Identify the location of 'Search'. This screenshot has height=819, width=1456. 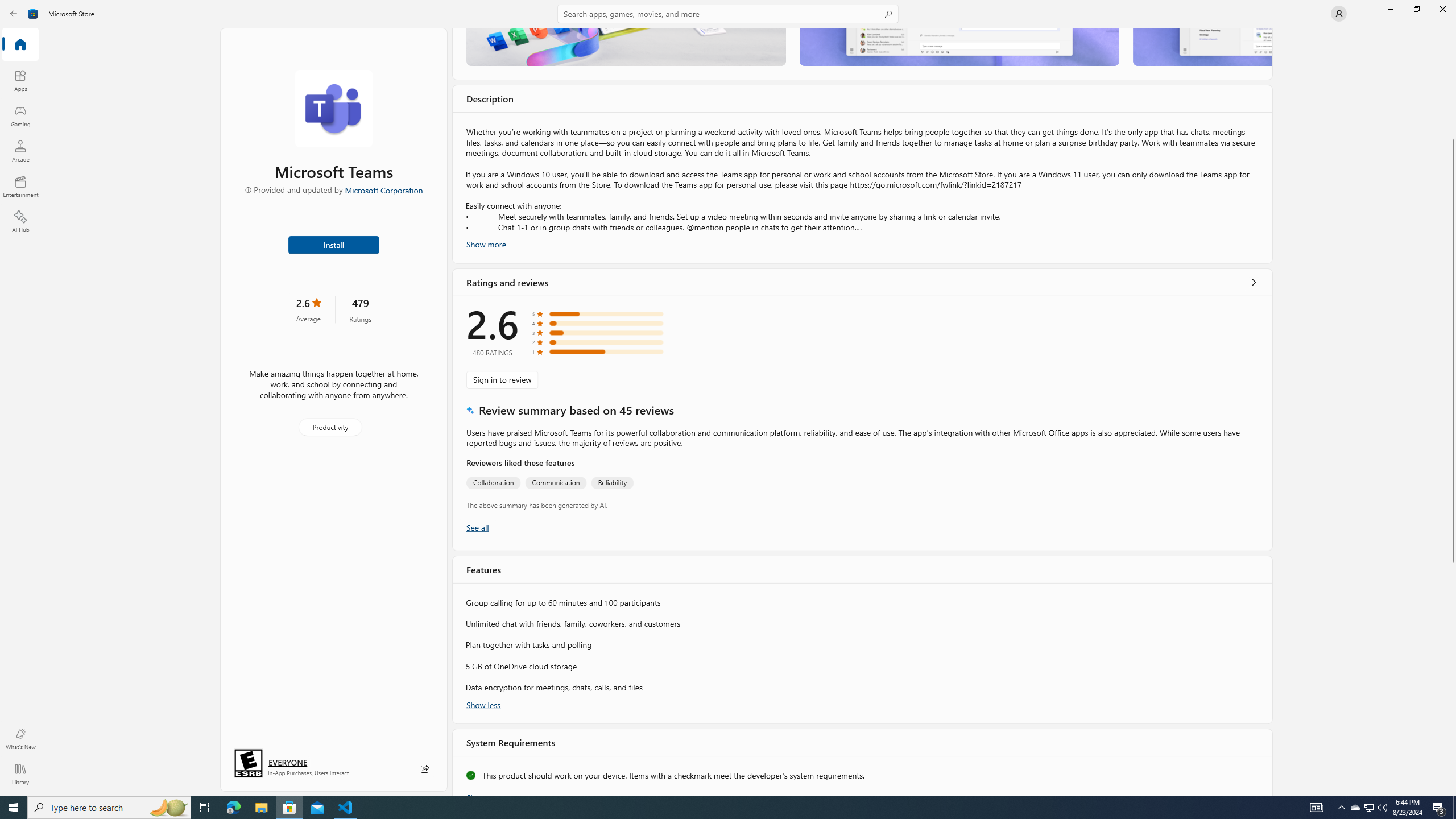
(728, 13).